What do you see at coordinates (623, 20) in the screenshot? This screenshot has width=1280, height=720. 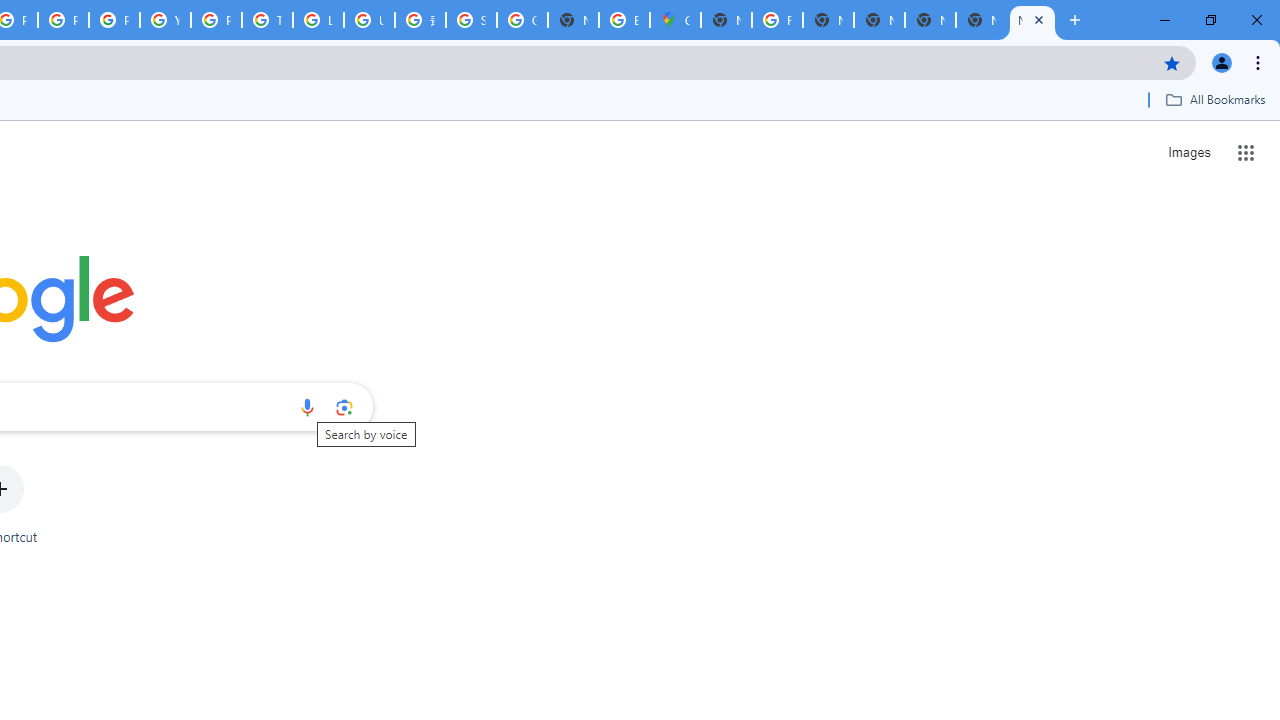 I see `'Explore new street-level details - Google Maps Help'` at bounding box center [623, 20].